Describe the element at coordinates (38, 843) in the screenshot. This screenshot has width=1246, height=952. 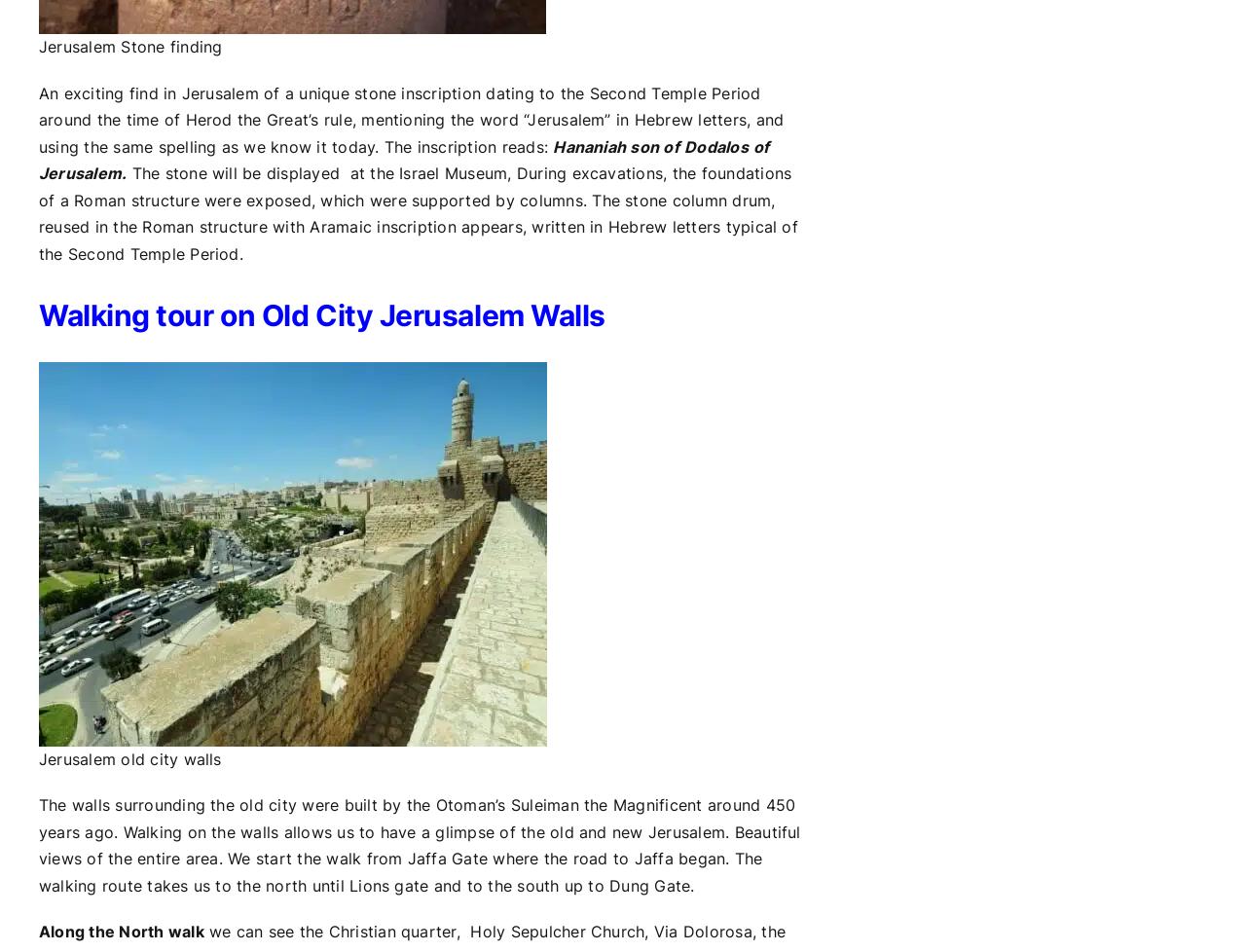
I see `'The walls surrounding the old city were built by the Otoman’s Suleiman the Magnificent around 450 years ago. Walking on the walls allows us to have a glimpse of the old and new Jerusalem. Beautiful views of the entire area. We start the walk from Jaffa Gate where the road to Jaffa began. The walking route takes us to the north until Lions gate and to the south up to Dung Gate.'` at that location.